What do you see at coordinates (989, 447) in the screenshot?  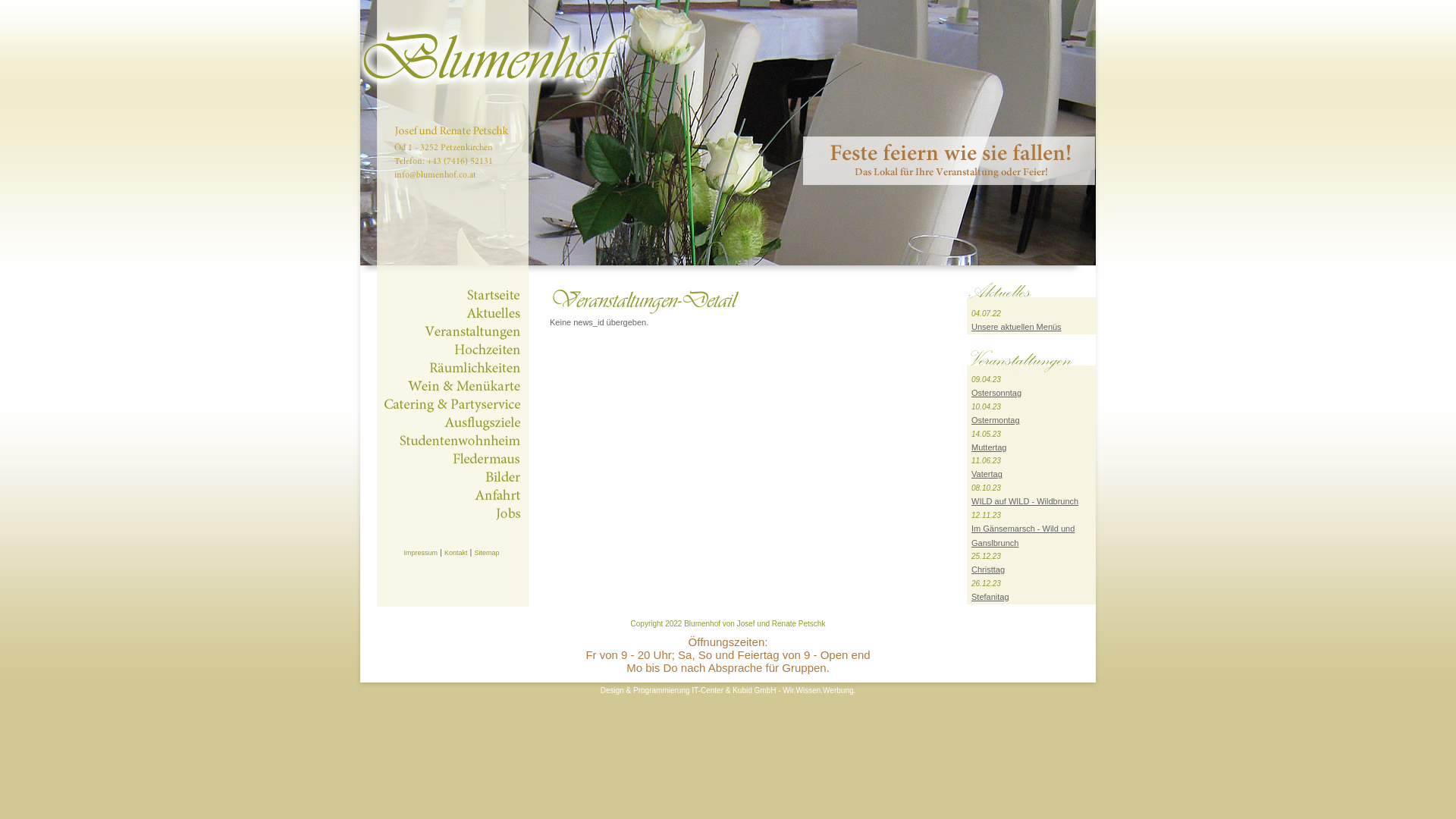 I see `'Muttertag'` at bounding box center [989, 447].